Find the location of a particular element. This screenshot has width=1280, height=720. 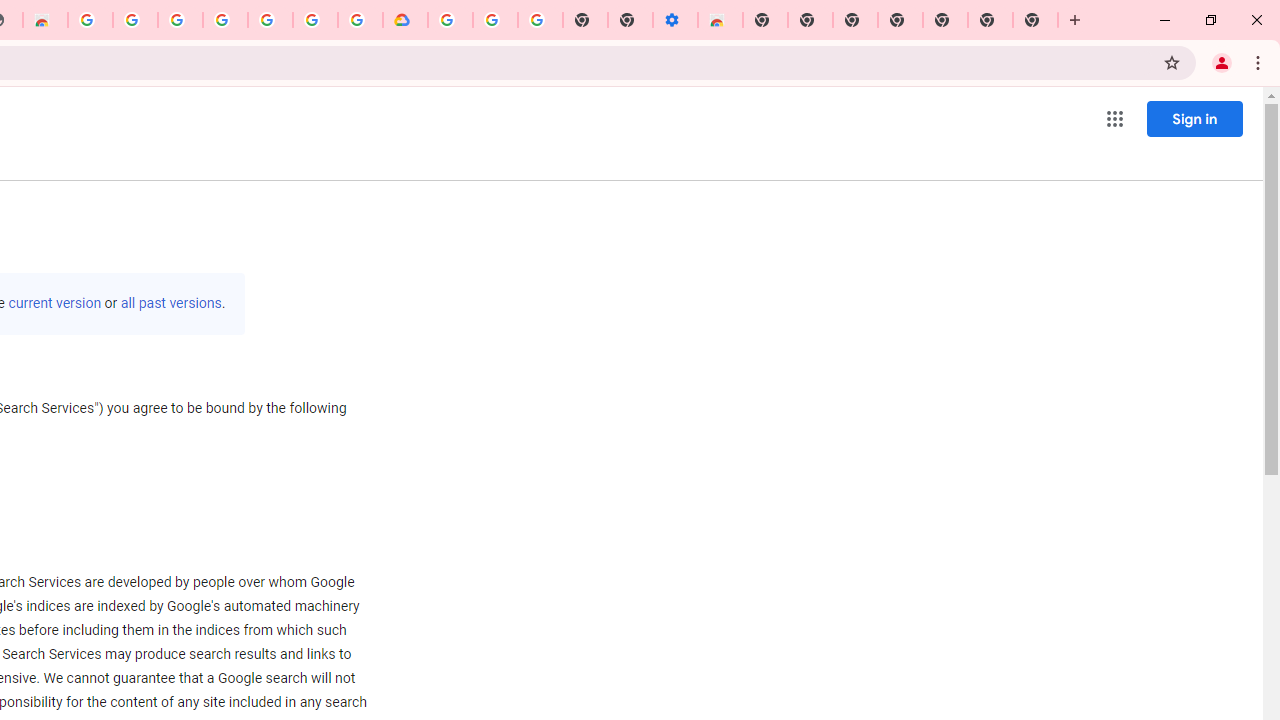

'Ad Settings' is located at coordinates (134, 20).